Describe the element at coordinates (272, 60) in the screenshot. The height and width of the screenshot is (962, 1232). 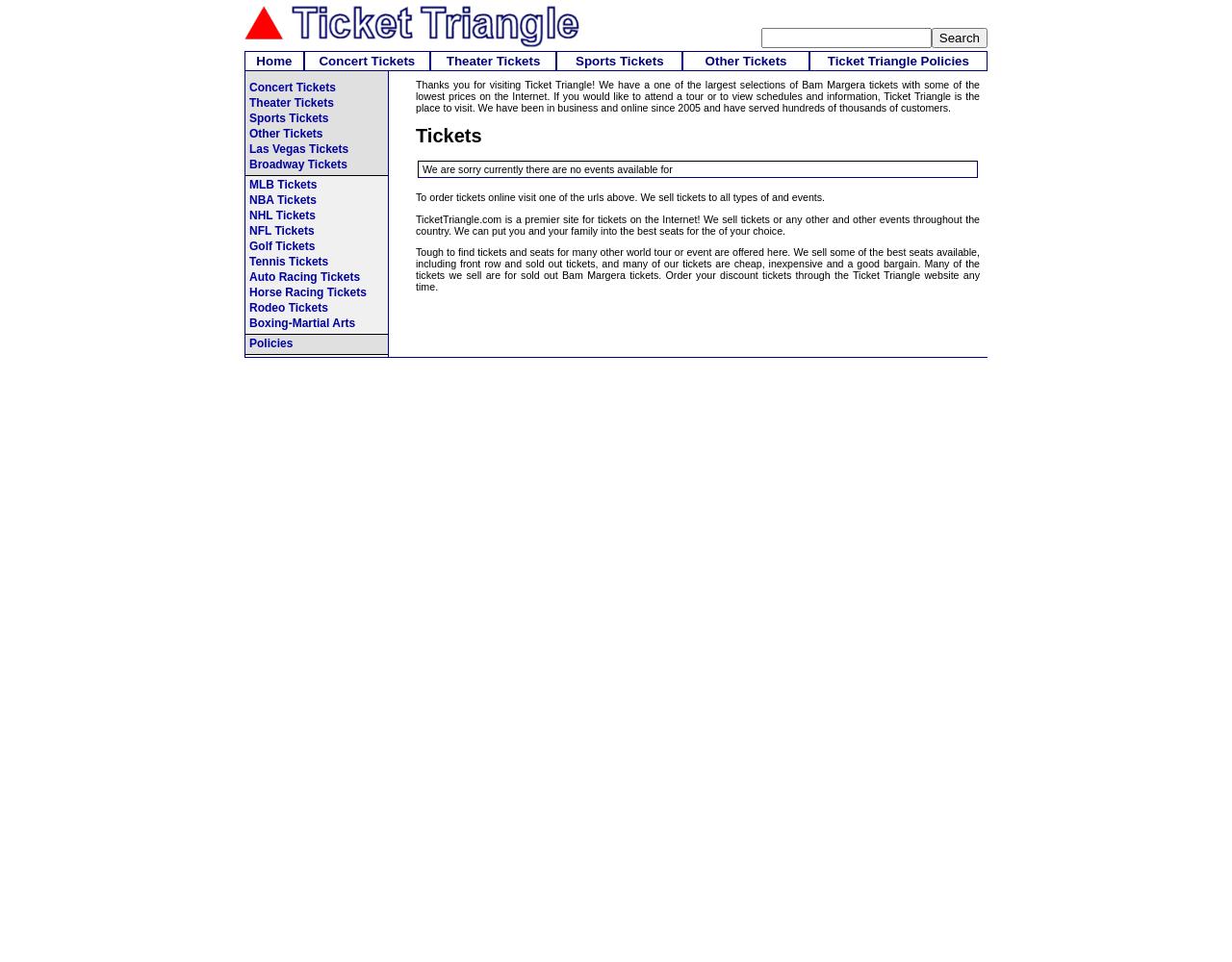
I see `'Home'` at that location.